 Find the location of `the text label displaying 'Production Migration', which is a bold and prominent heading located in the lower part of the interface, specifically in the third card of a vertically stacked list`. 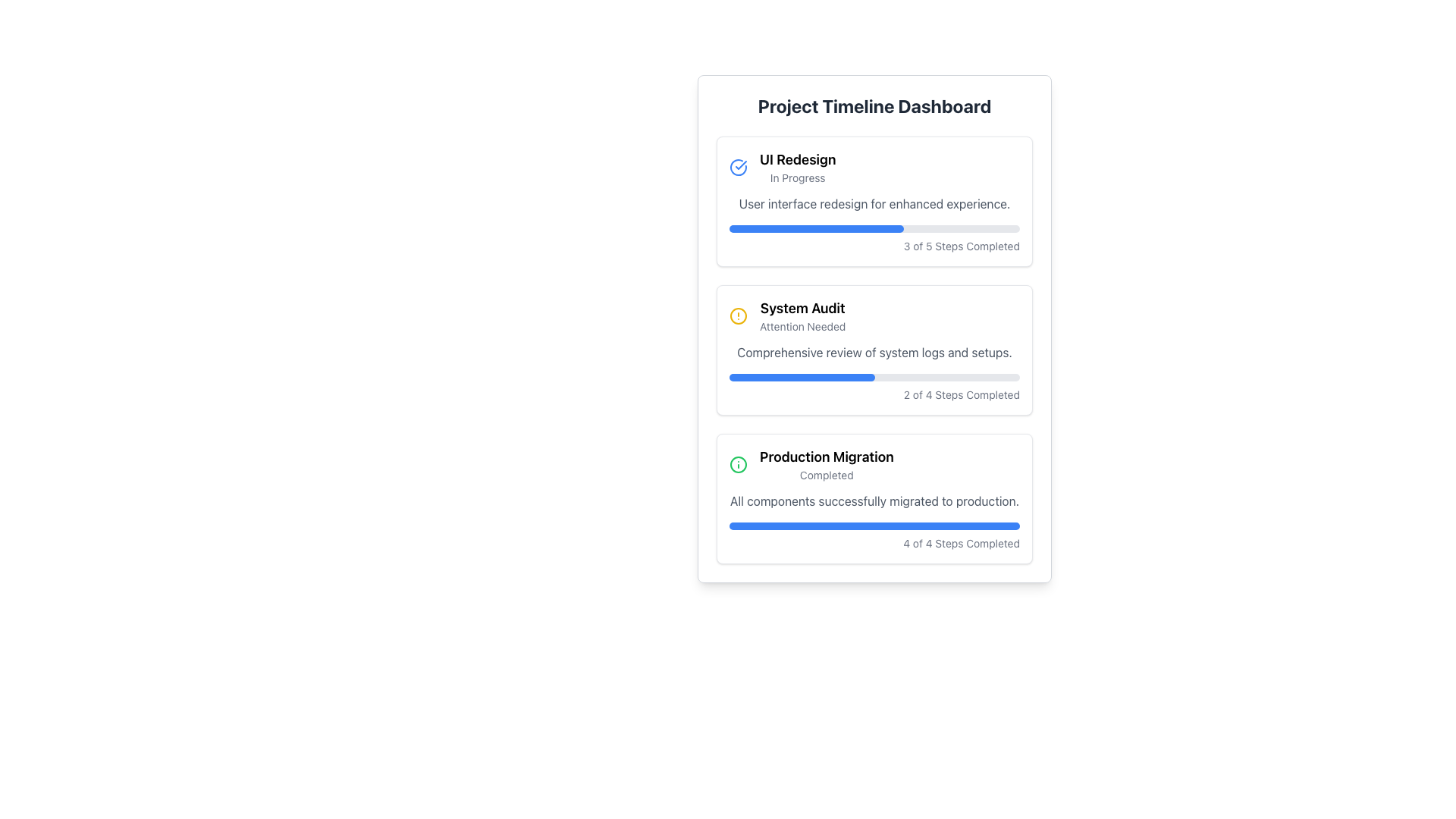

the text label displaying 'Production Migration', which is a bold and prominent heading located in the lower part of the interface, specifically in the third card of a vertically stacked list is located at coordinates (826, 456).